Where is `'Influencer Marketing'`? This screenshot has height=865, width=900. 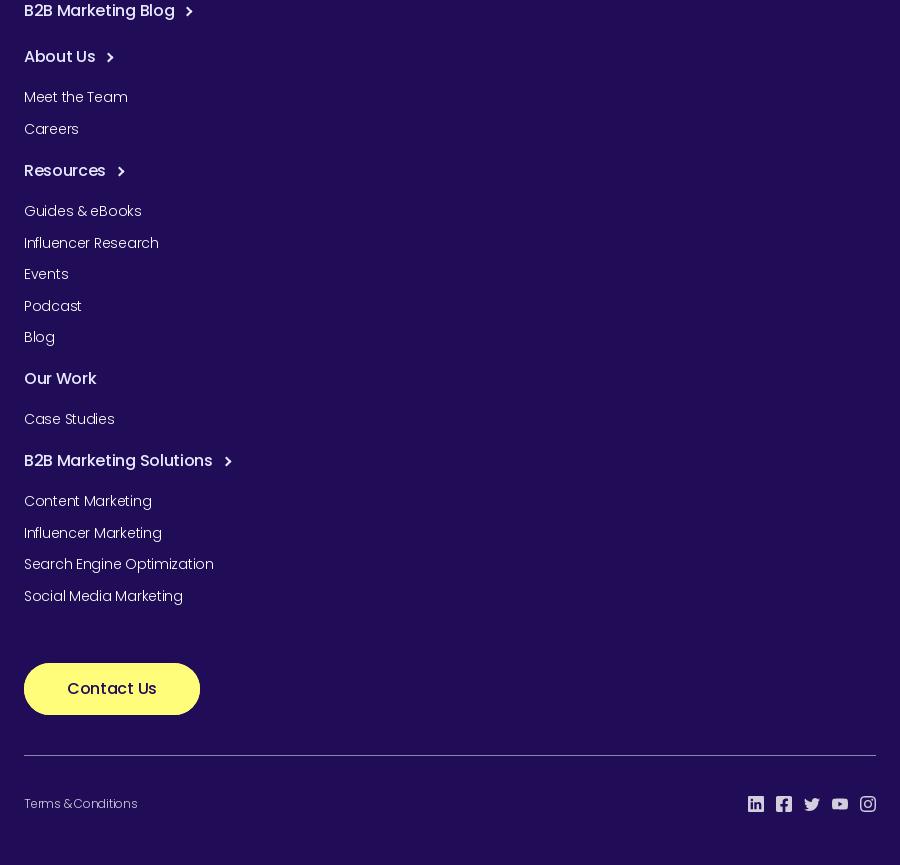 'Influencer Marketing' is located at coordinates (91, 530).